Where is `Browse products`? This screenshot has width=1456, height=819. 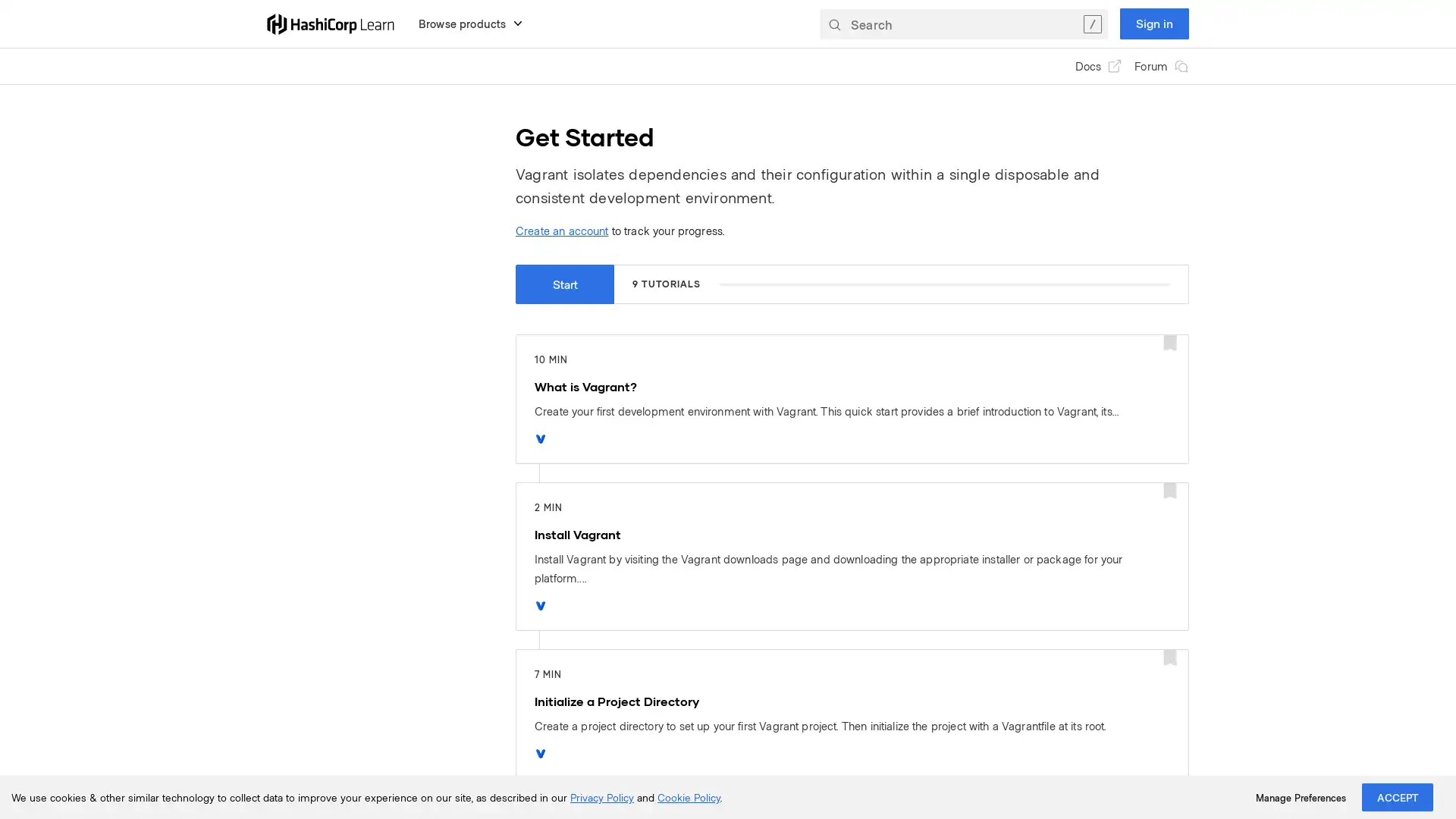
Browse products is located at coordinates (470, 23).